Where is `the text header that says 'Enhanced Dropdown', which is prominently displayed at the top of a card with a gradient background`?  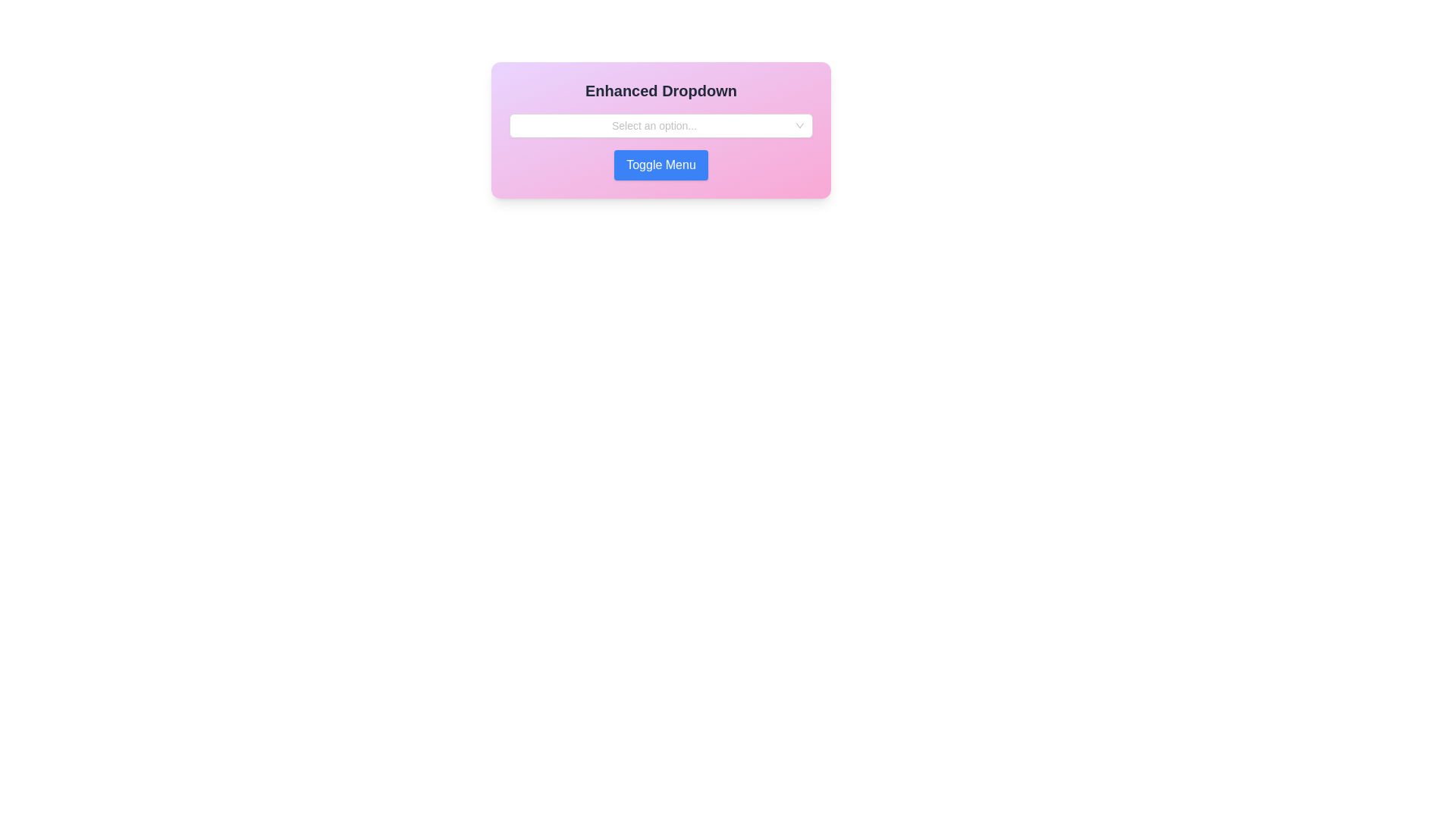
the text header that says 'Enhanced Dropdown', which is prominently displayed at the top of a card with a gradient background is located at coordinates (661, 90).